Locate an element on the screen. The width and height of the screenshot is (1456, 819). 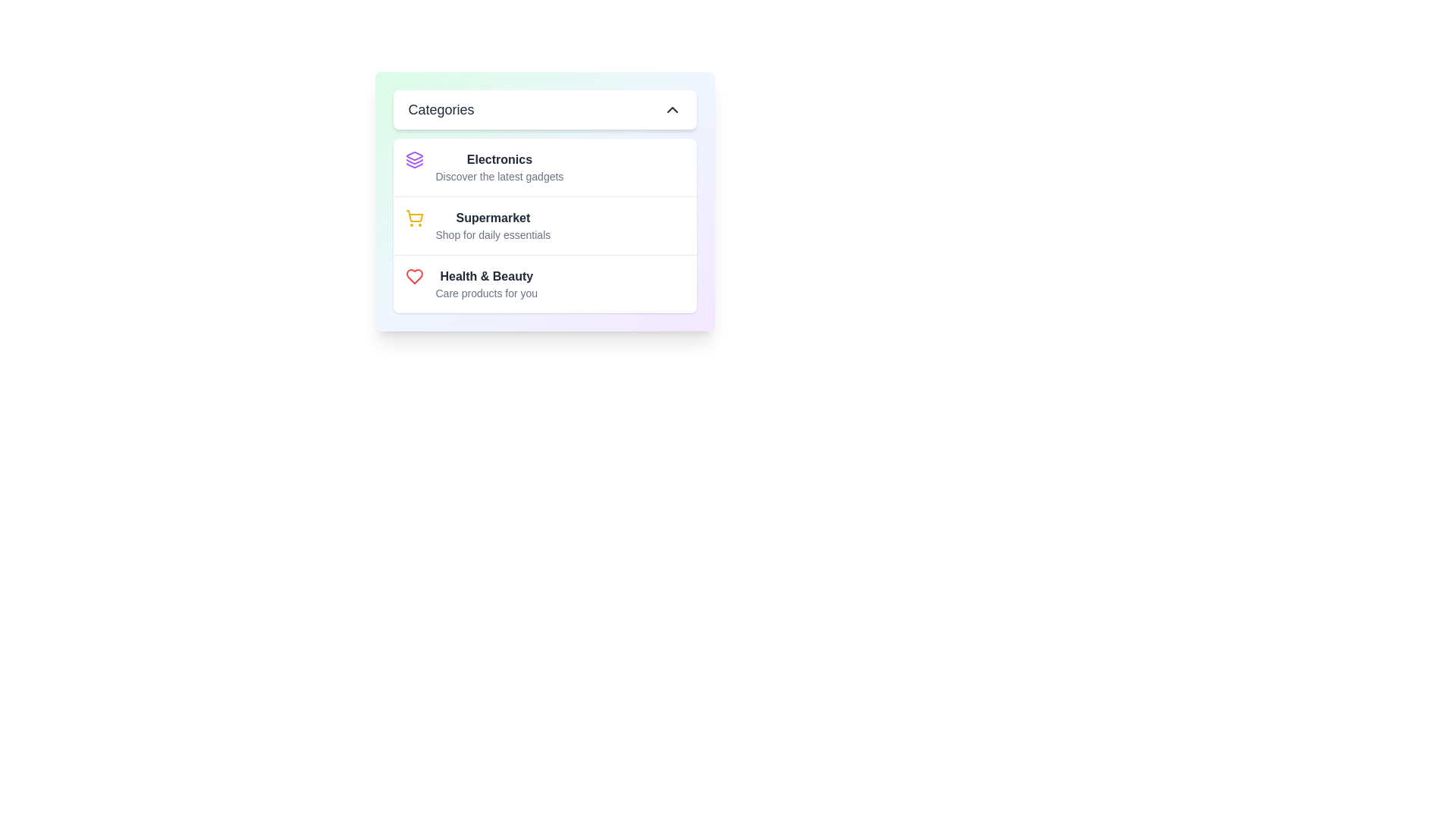
the descriptive text label located directly below the 'Supermarket' text item in the 'Categories' list is located at coordinates (493, 234).